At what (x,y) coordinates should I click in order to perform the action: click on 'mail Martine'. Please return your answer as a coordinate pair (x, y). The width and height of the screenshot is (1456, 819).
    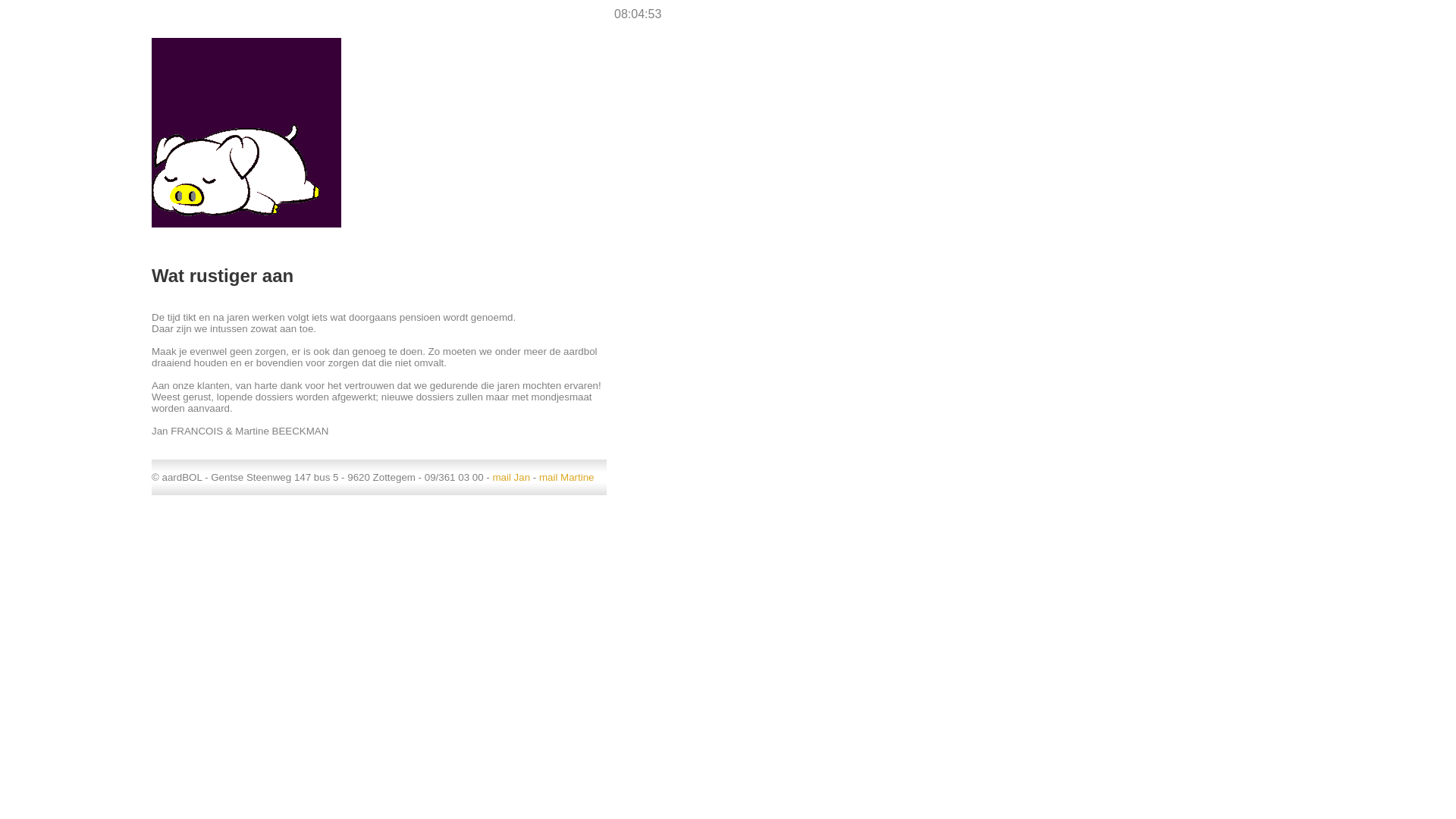
    Looking at the image, I should click on (566, 476).